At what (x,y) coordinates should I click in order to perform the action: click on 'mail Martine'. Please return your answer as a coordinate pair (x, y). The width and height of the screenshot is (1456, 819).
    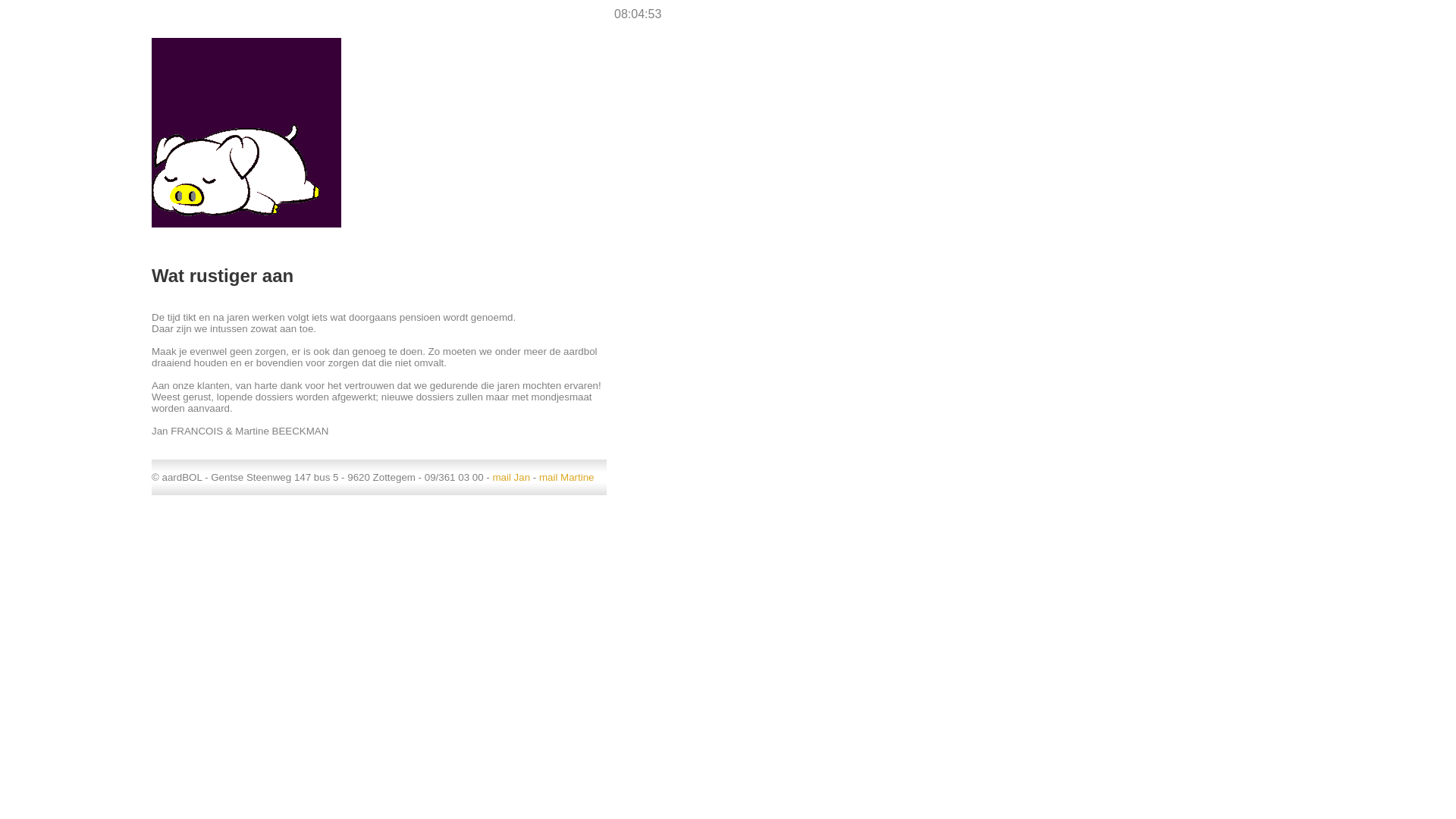
    Looking at the image, I should click on (566, 476).